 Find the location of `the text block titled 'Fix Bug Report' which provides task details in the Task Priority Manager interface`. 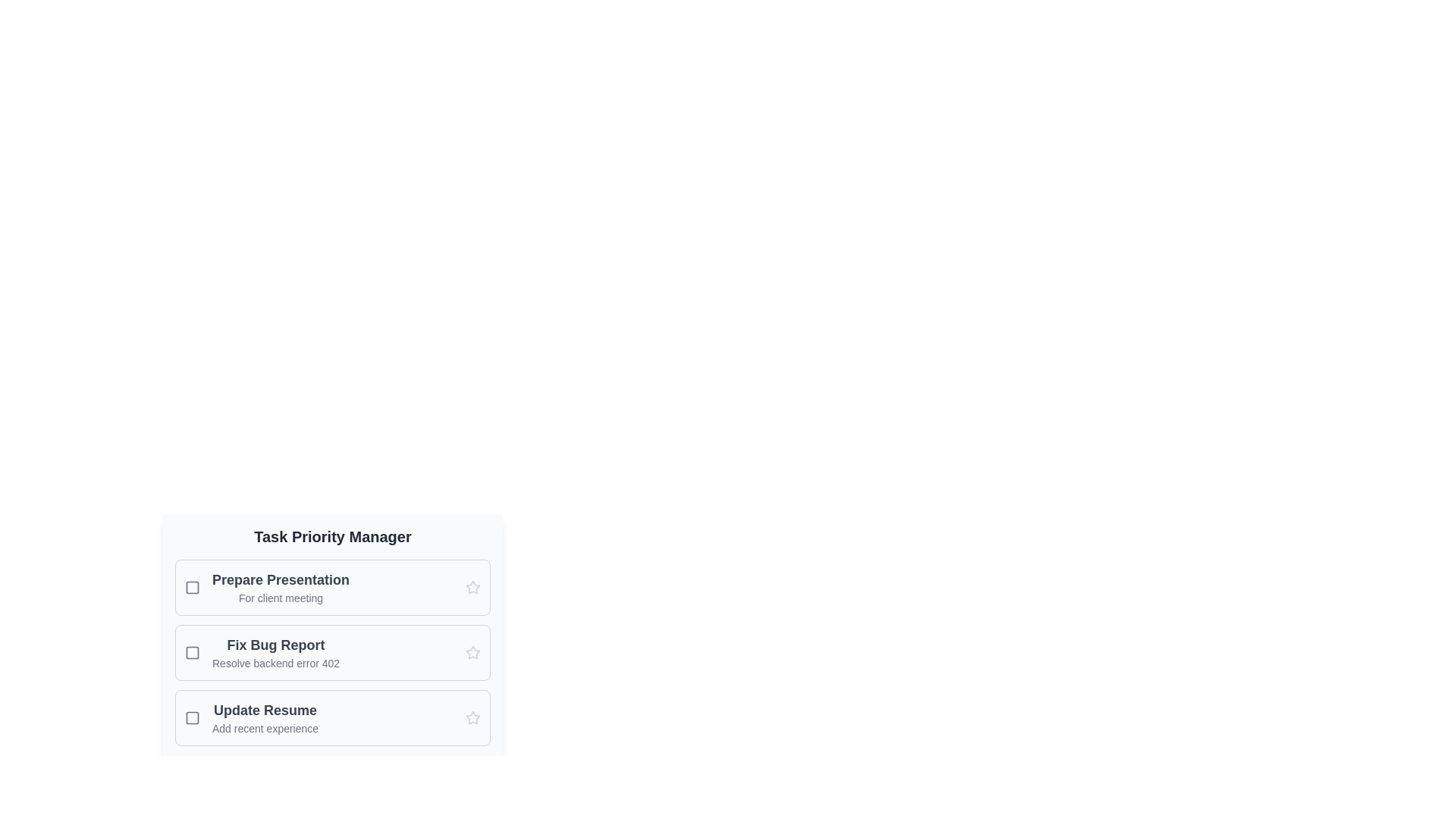

the text block titled 'Fix Bug Report' which provides task details in the Task Priority Manager interface is located at coordinates (276, 651).